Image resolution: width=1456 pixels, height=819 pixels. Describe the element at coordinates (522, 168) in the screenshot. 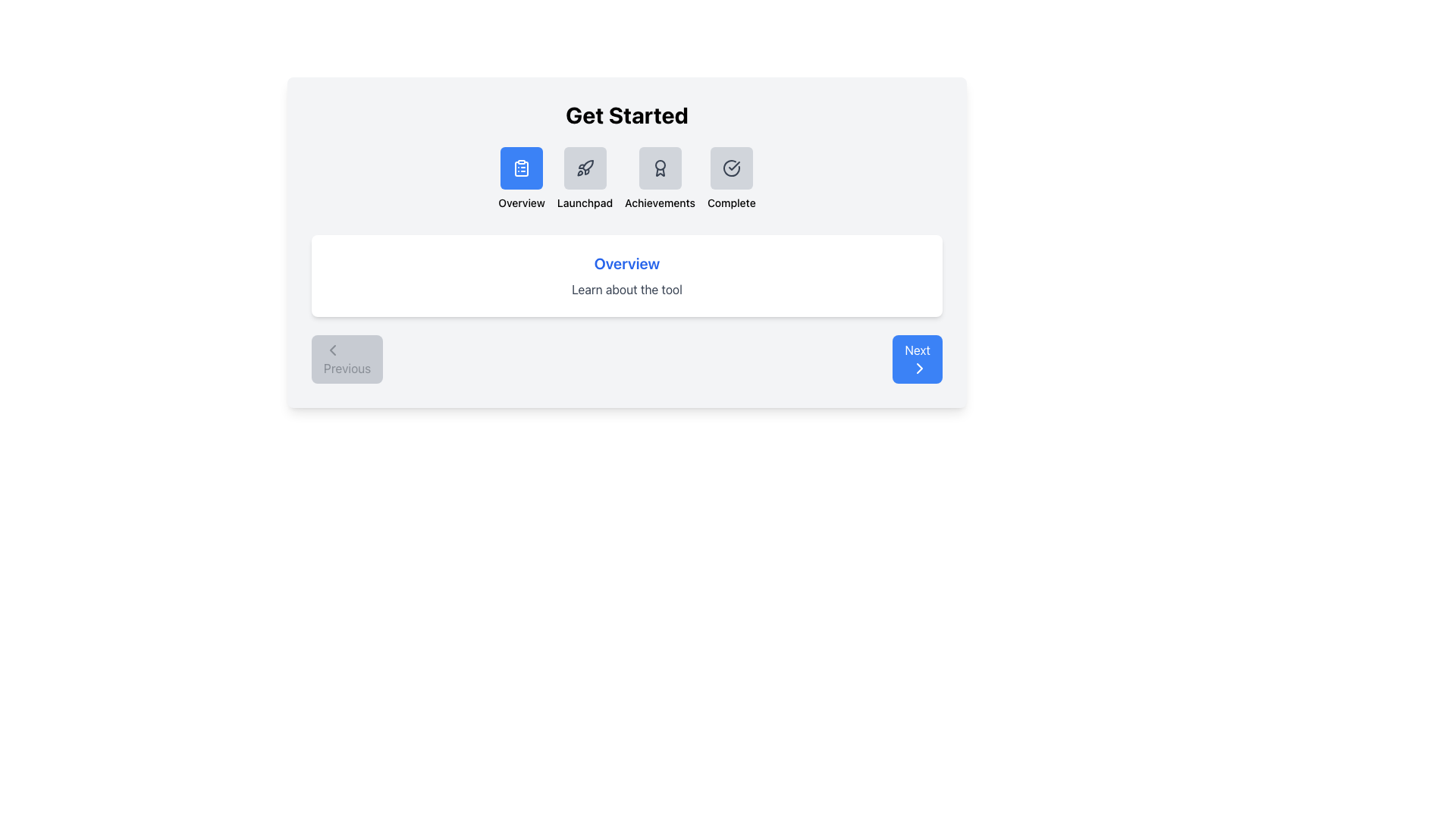

I see `the 'Overview' icon located within the first blue square button in the navigation section` at that location.